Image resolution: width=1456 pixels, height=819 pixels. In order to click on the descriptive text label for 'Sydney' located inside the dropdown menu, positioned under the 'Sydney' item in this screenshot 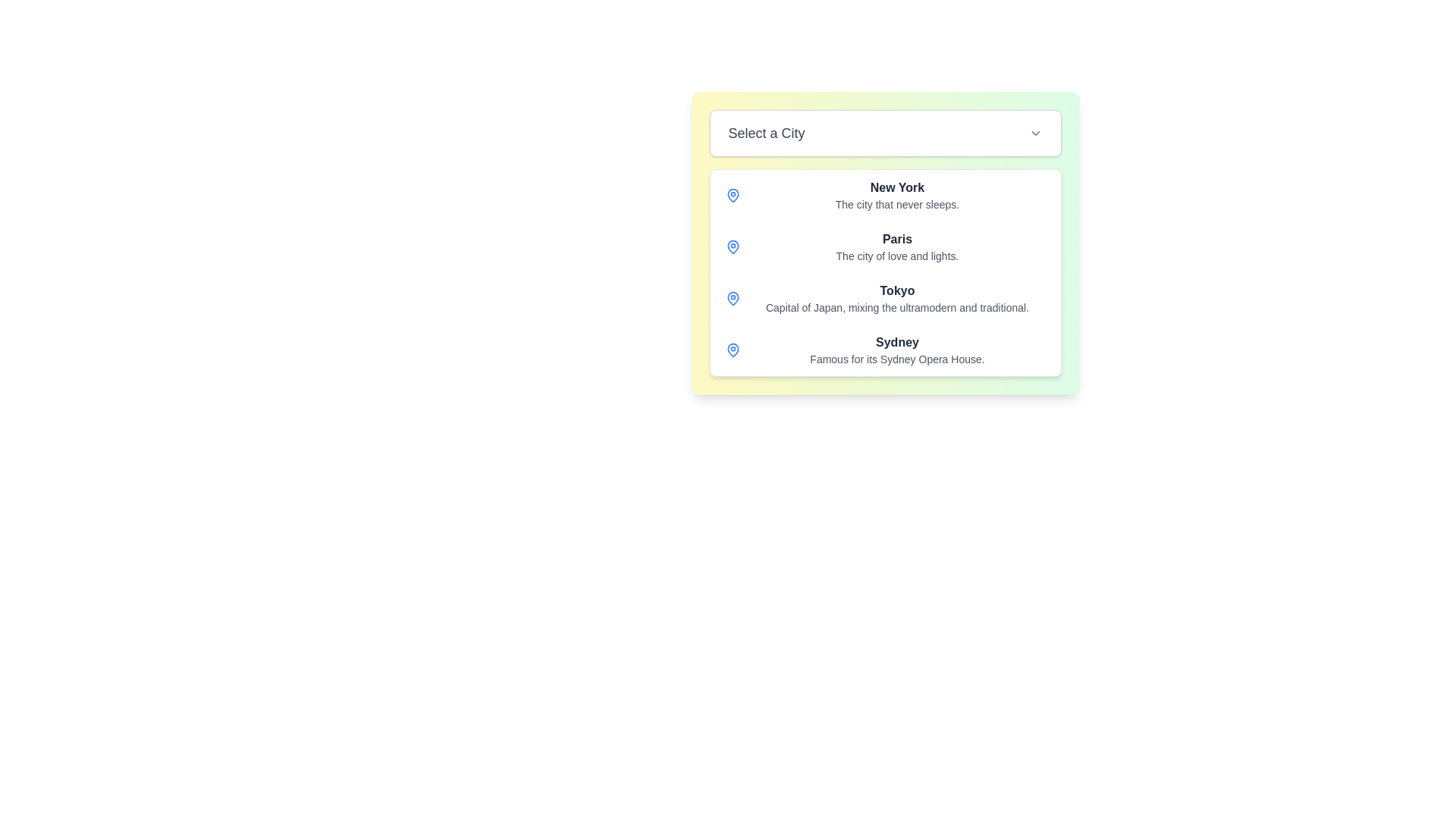, I will do `click(897, 359)`.